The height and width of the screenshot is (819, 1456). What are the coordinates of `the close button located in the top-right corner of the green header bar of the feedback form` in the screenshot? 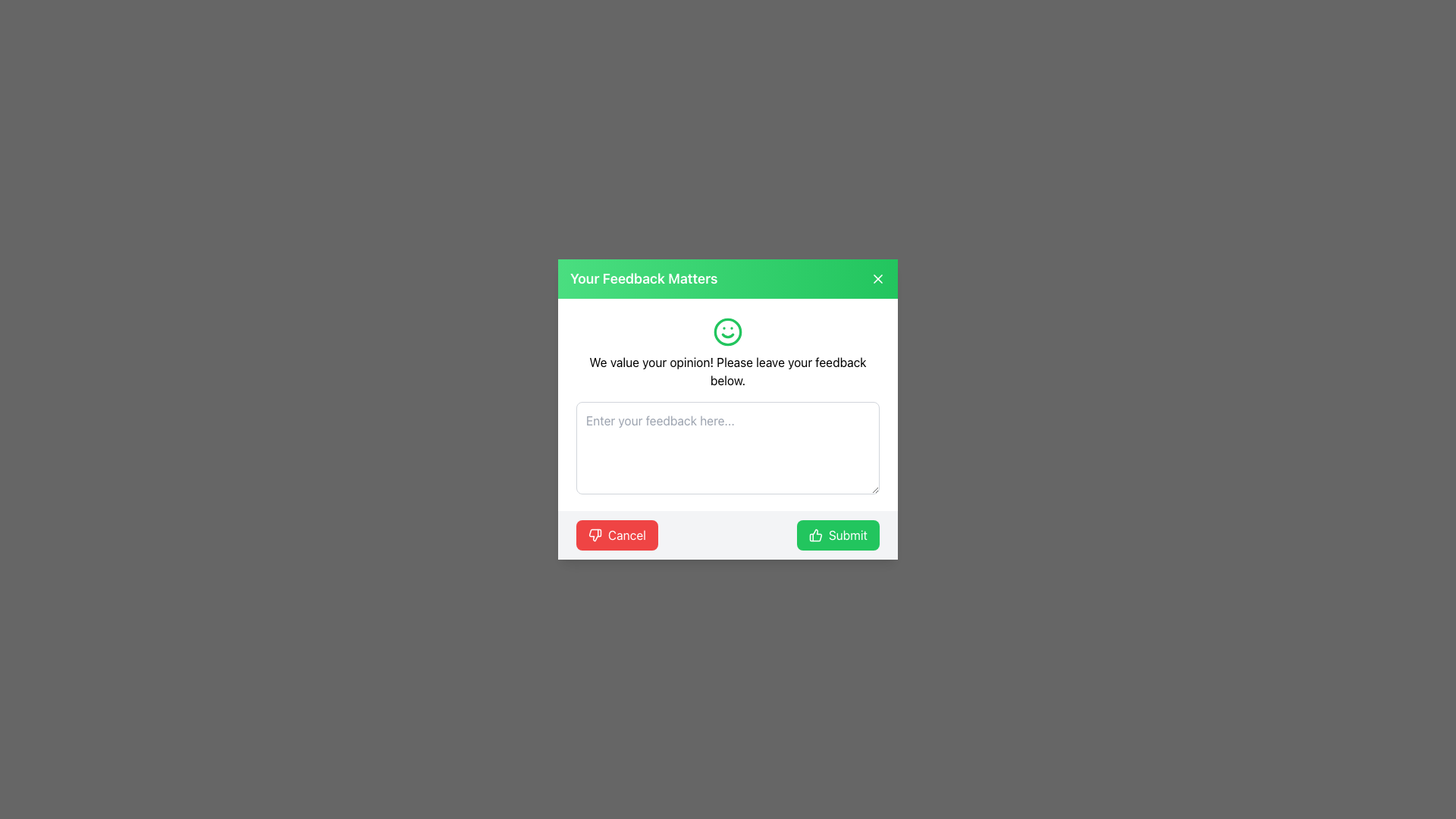 It's located at (877, 278).